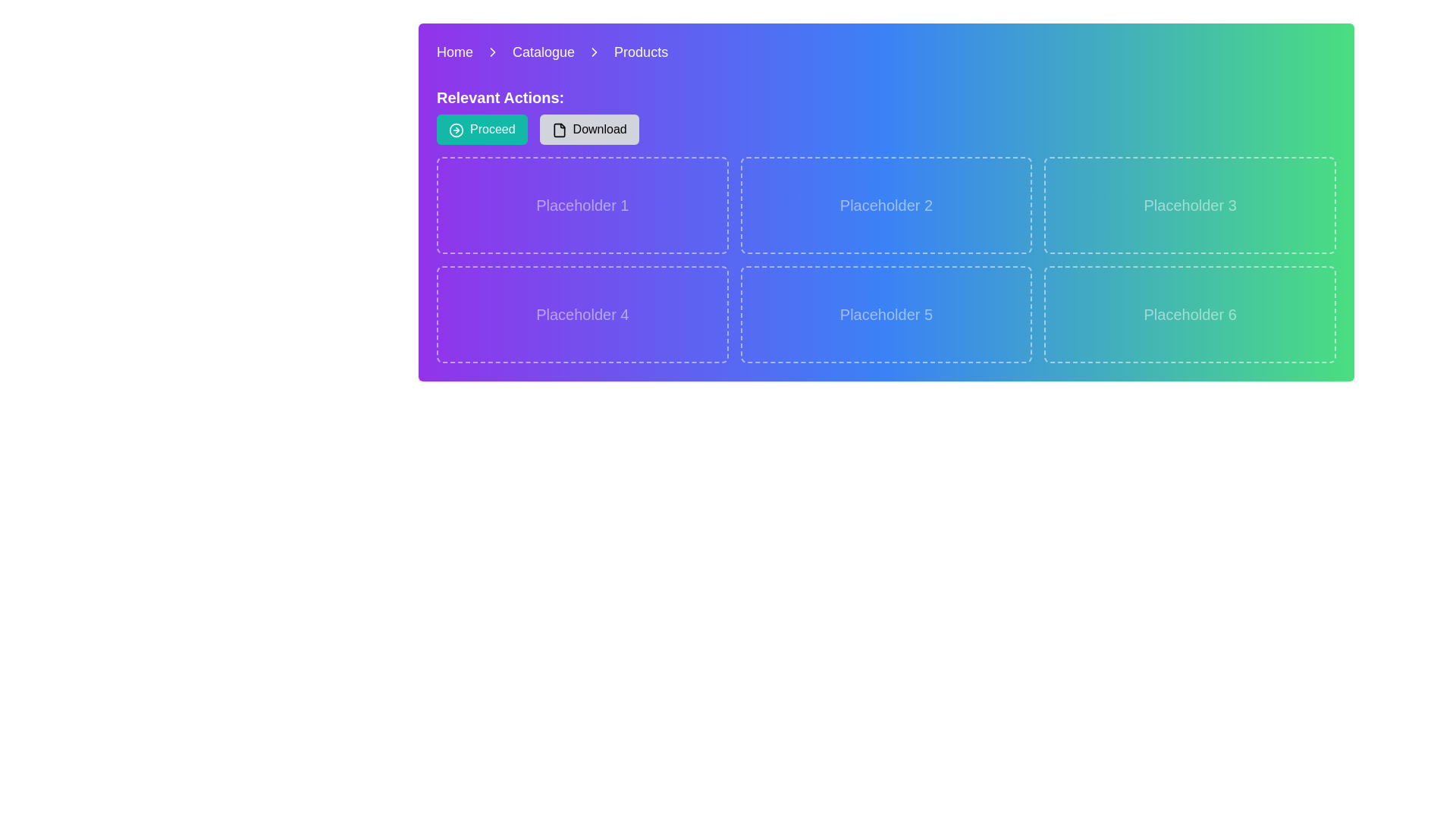  I want to click on the 'Home' hyperlink in the breadcrumb navigation bar to underline the text, so click(454, 52).